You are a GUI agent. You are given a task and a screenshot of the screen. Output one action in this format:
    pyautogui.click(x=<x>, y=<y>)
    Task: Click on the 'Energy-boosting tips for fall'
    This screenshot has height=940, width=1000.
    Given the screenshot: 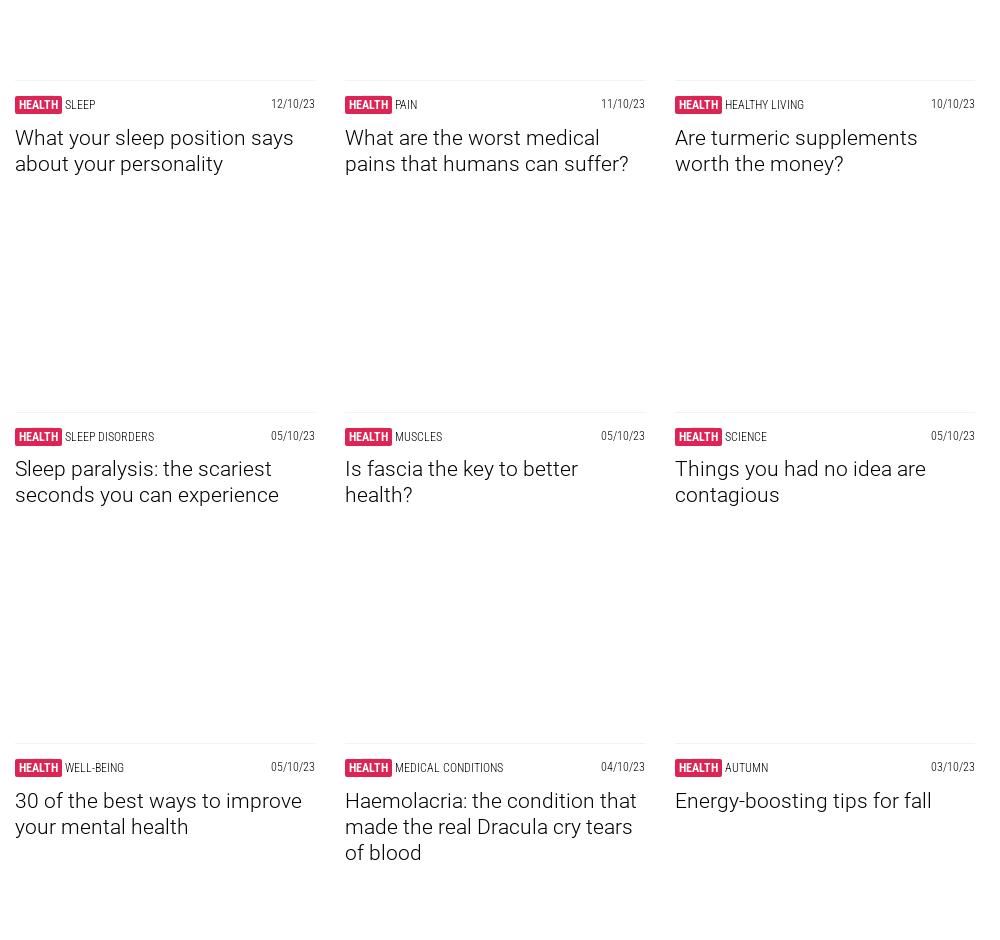 What is the action you would take?
    pyautogui.click(x=803, y=800)
    